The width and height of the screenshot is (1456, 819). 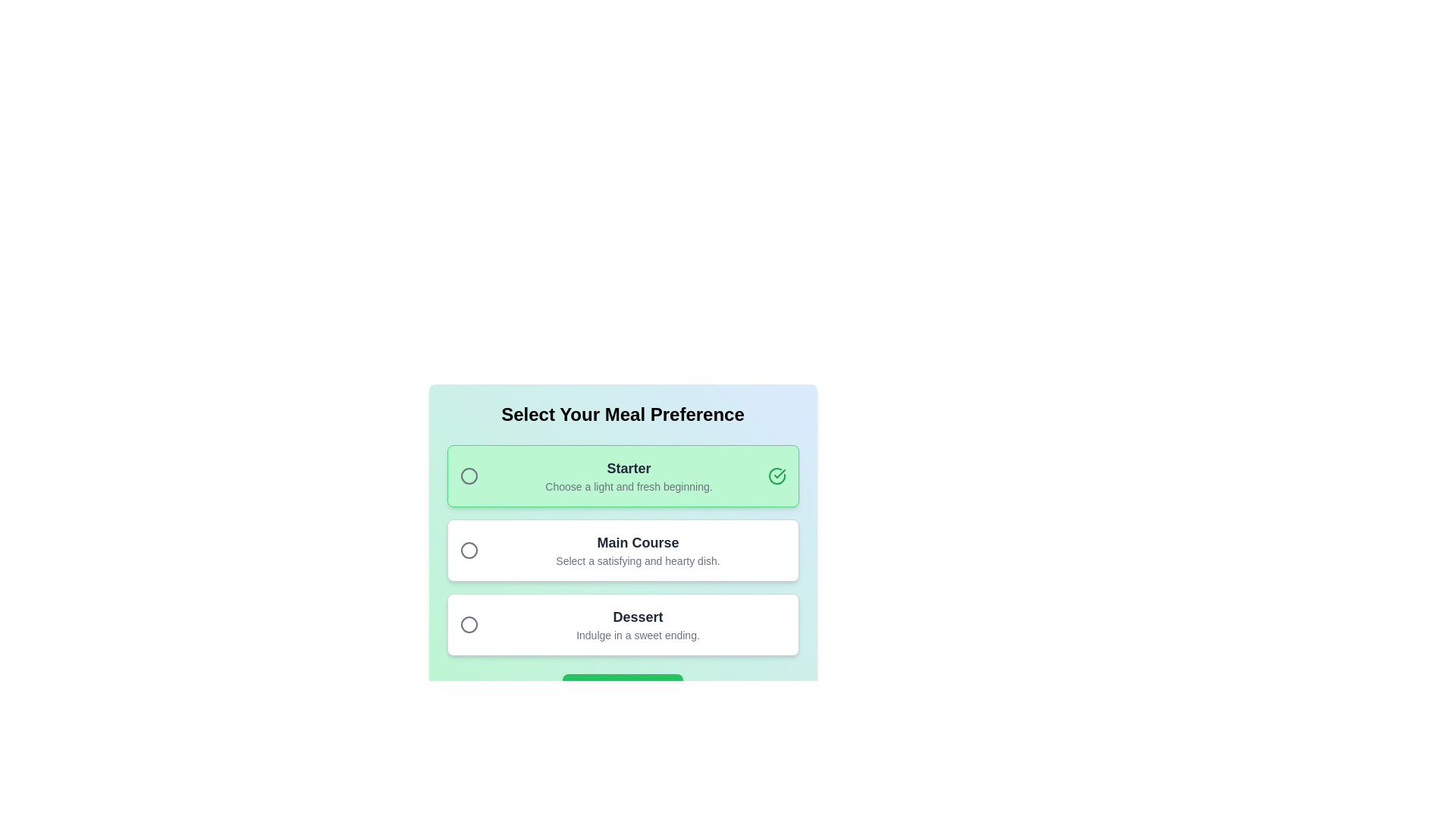 I want to click on the 'Main Course' title label in the meal selection interface, so click(x=638, y=542).